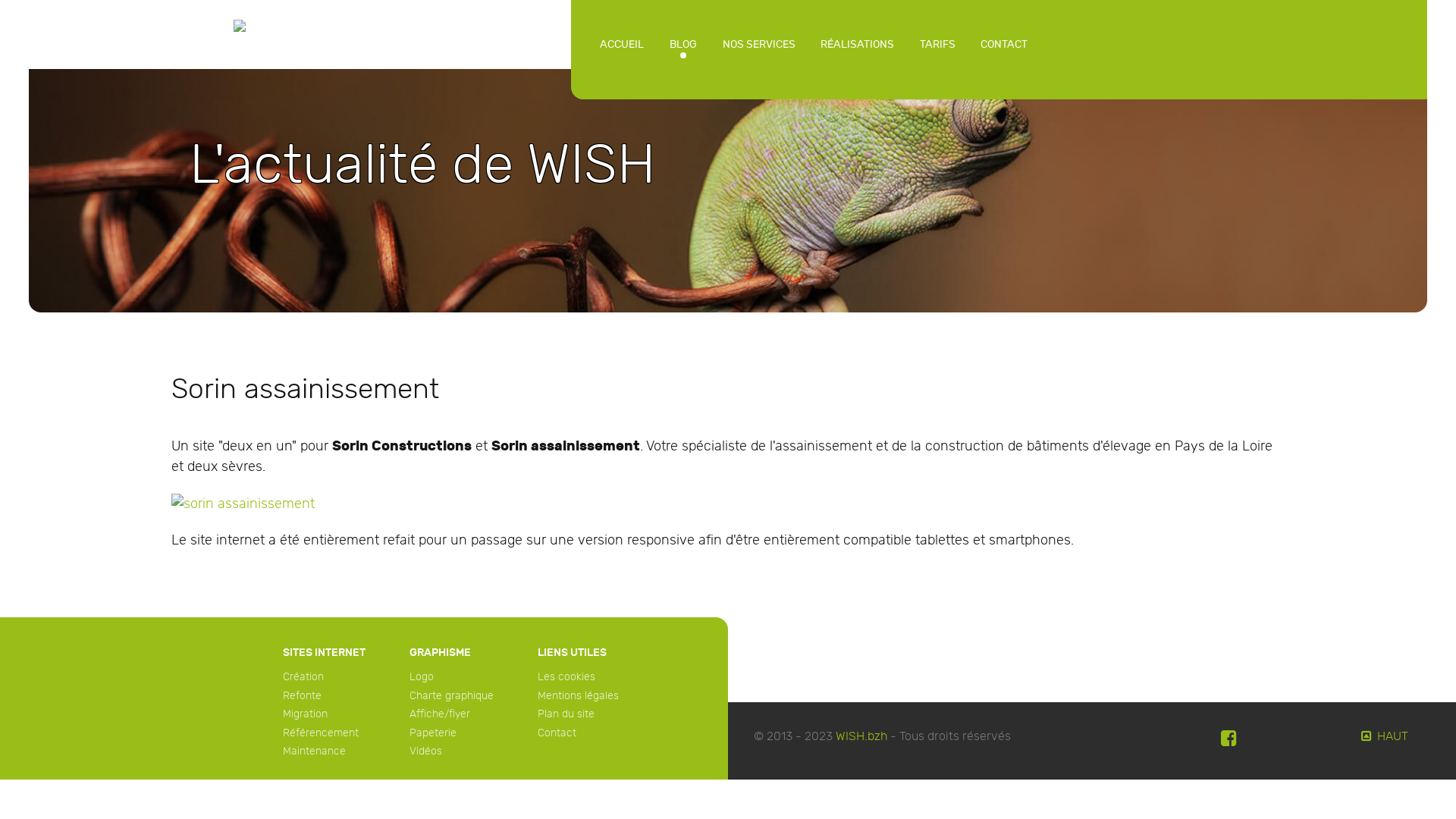  I want to click on 'Maintenance', so click(313, 751).